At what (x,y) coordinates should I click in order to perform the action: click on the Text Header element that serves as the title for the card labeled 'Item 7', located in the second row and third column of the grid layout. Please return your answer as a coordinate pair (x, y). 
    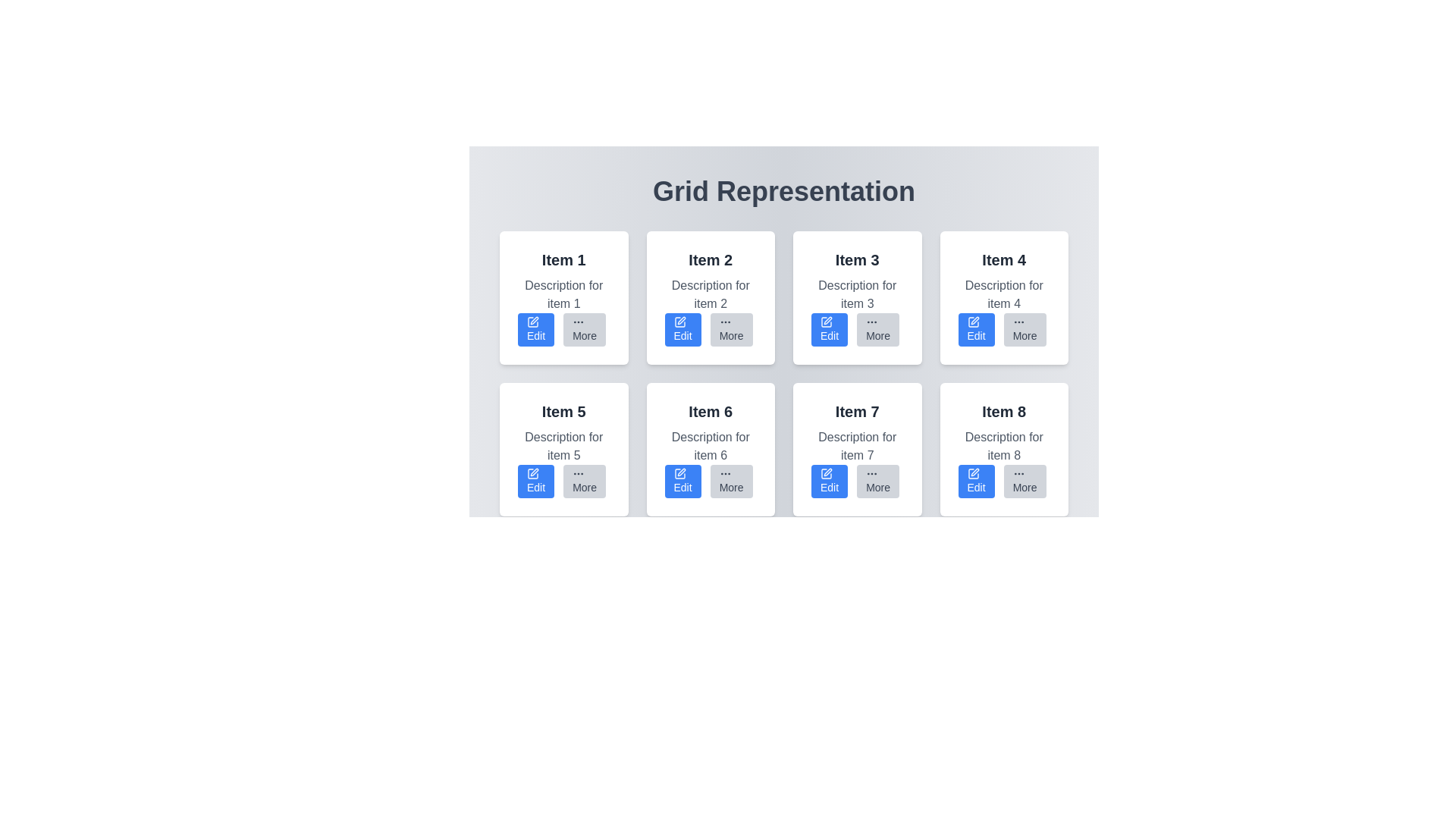
    Looking at the image, I should click on (857, 412).